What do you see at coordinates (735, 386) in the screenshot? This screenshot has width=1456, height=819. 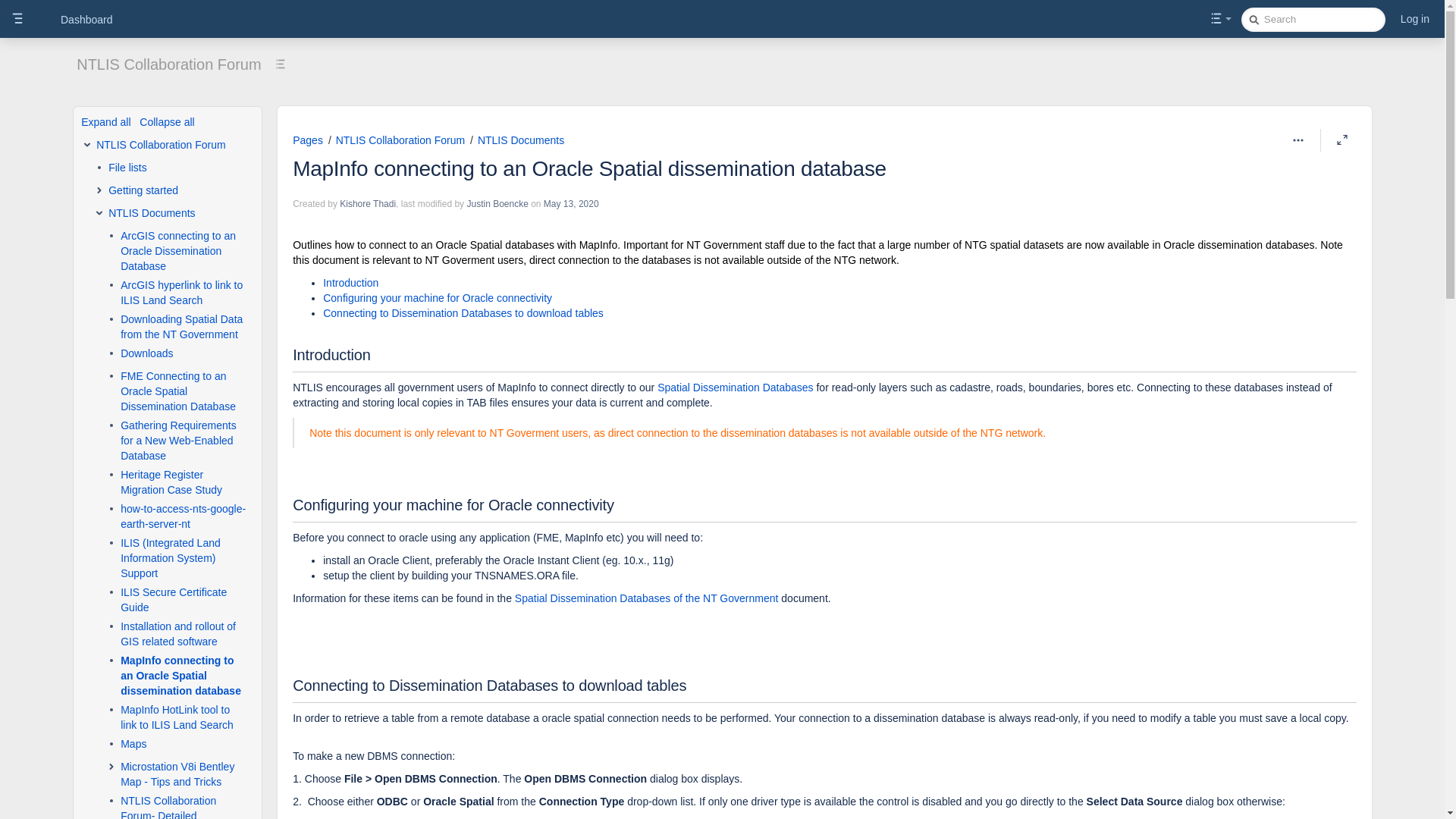 I see `'Spatial Dissemination Databases'` at bounding box center [735, 386].